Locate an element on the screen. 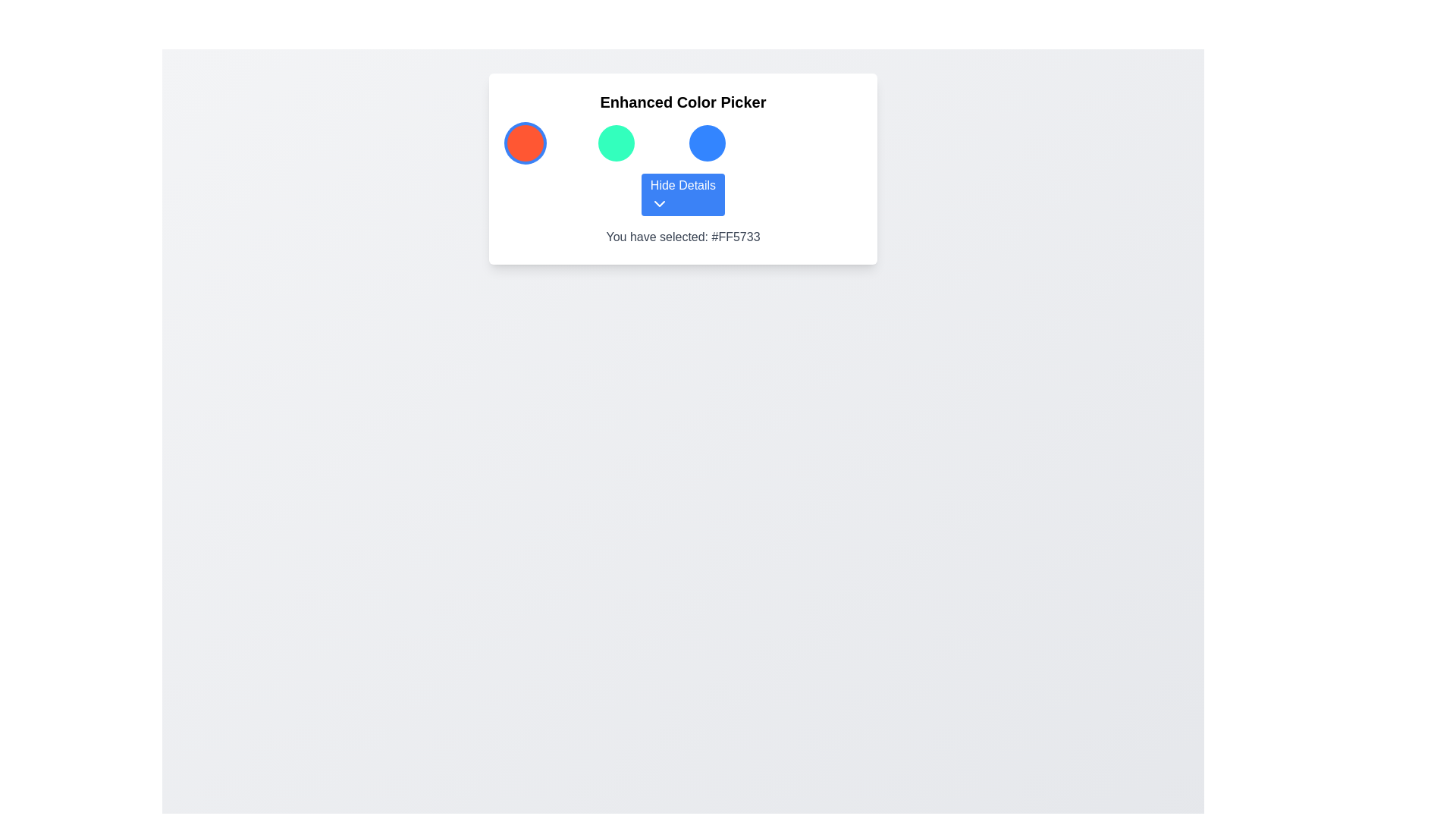  the vibrant orange-red circular button with a blue border located at the top-left corner of a row of three similar circular elements is located at coordinates (525, 143).